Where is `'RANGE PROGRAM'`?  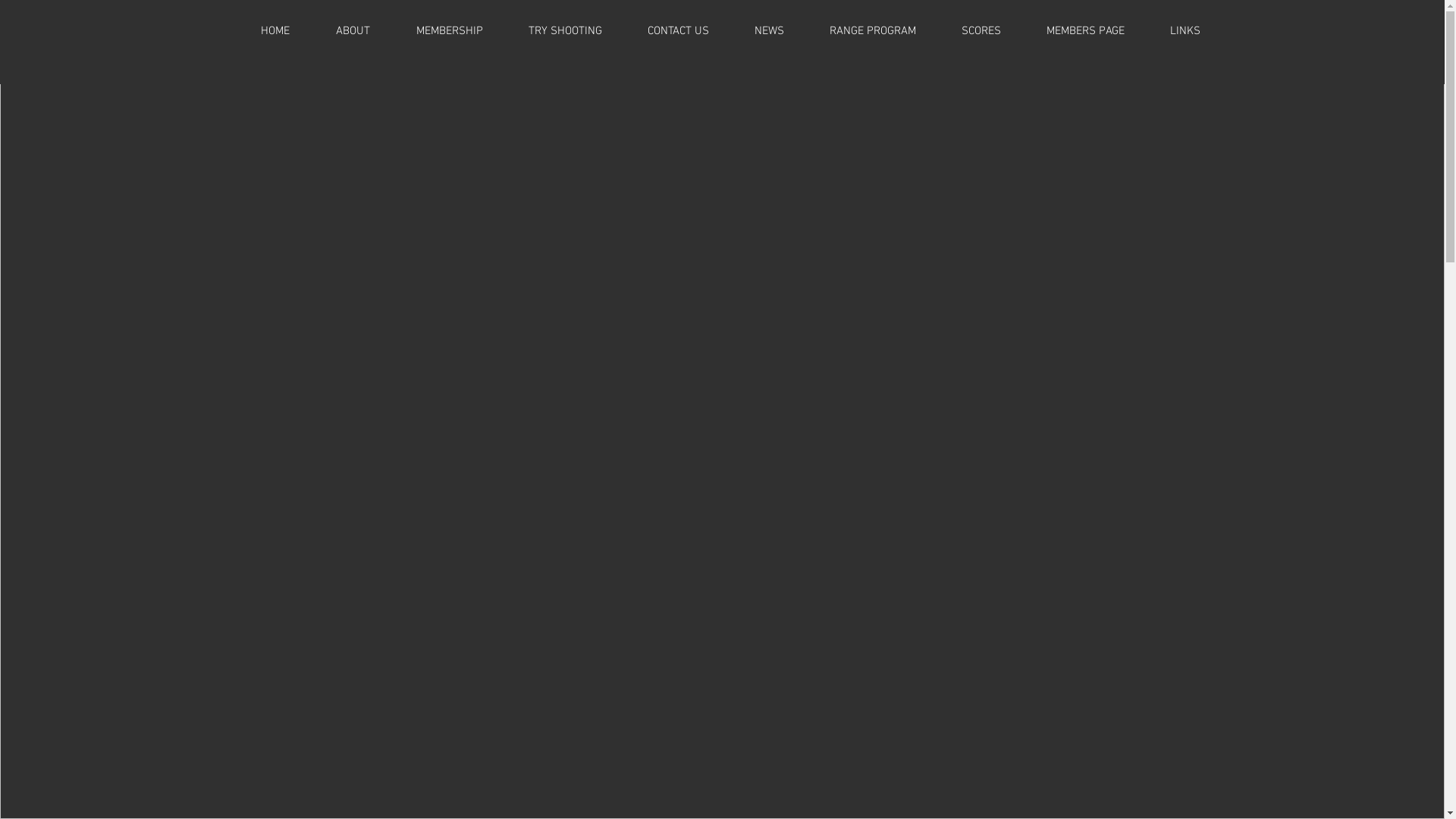
'RANGE PROGRAM' is located at coordinates (873, 31).